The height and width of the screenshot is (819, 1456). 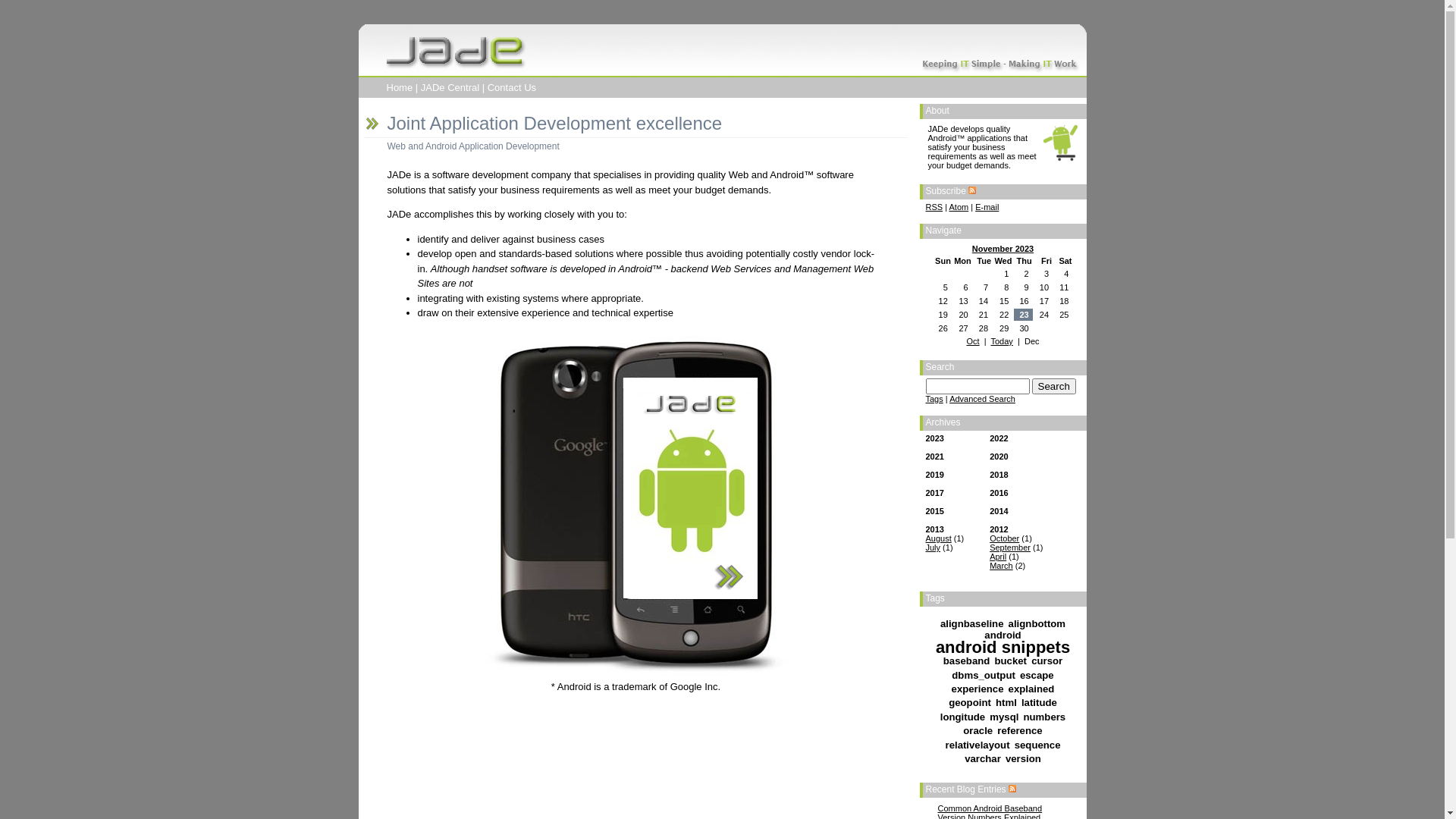 I want to click on 'escape', so click(x=1019, y=674).